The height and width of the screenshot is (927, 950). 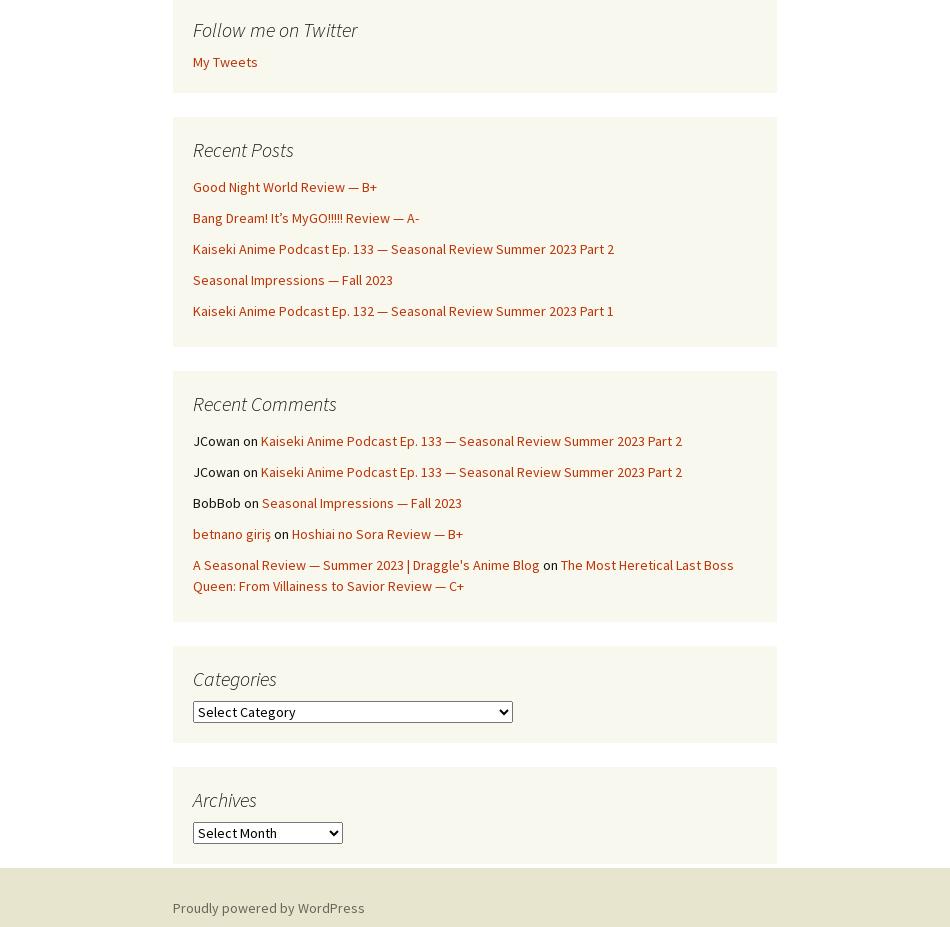 I want to click on 'Recent Posts', so click(x=242, y=148).